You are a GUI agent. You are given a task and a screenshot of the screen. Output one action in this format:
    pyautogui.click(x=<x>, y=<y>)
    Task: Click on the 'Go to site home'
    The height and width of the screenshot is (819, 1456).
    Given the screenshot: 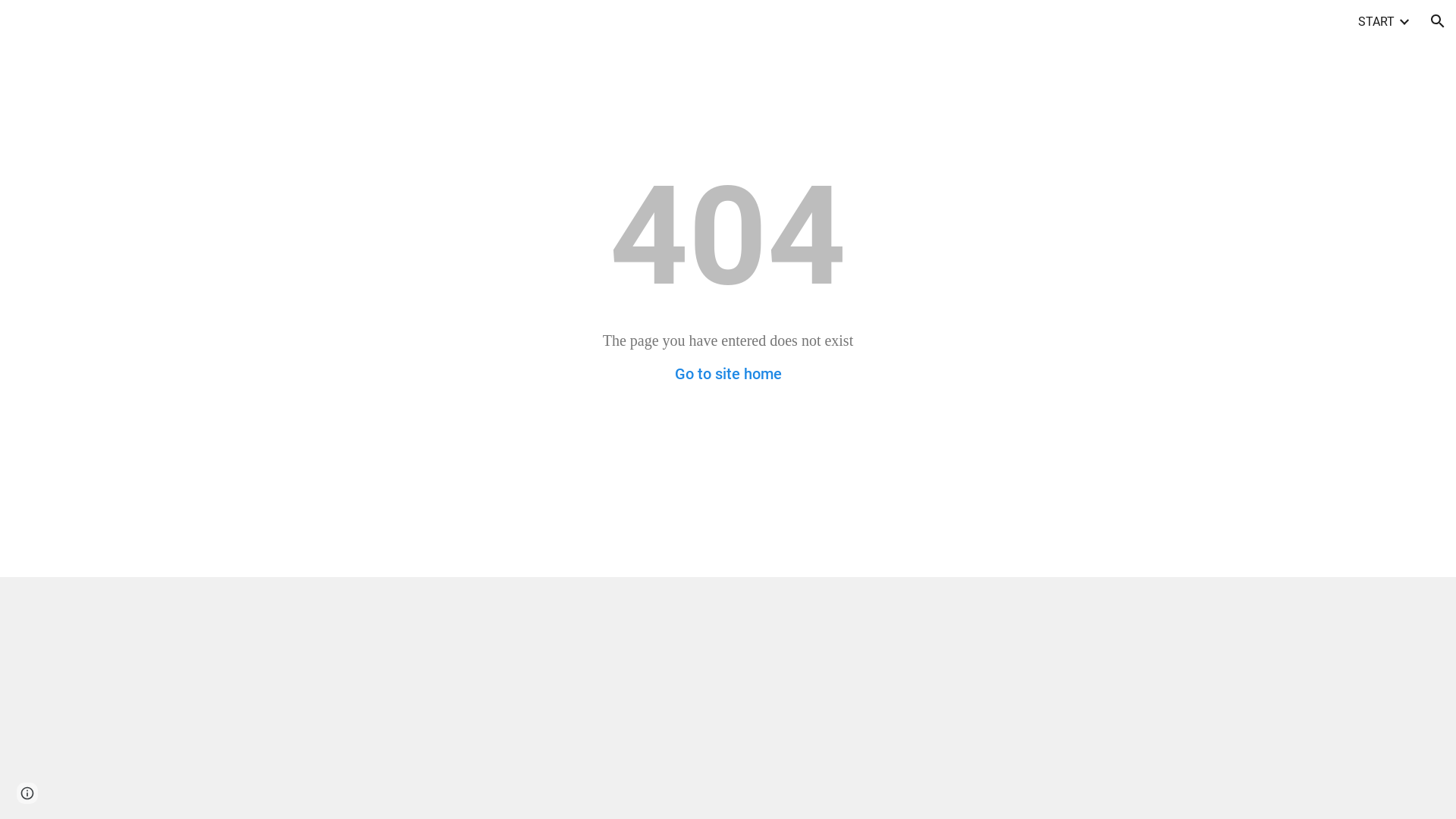 What is the action you would take?
    pyautogui.click(x=728, y=374)
    